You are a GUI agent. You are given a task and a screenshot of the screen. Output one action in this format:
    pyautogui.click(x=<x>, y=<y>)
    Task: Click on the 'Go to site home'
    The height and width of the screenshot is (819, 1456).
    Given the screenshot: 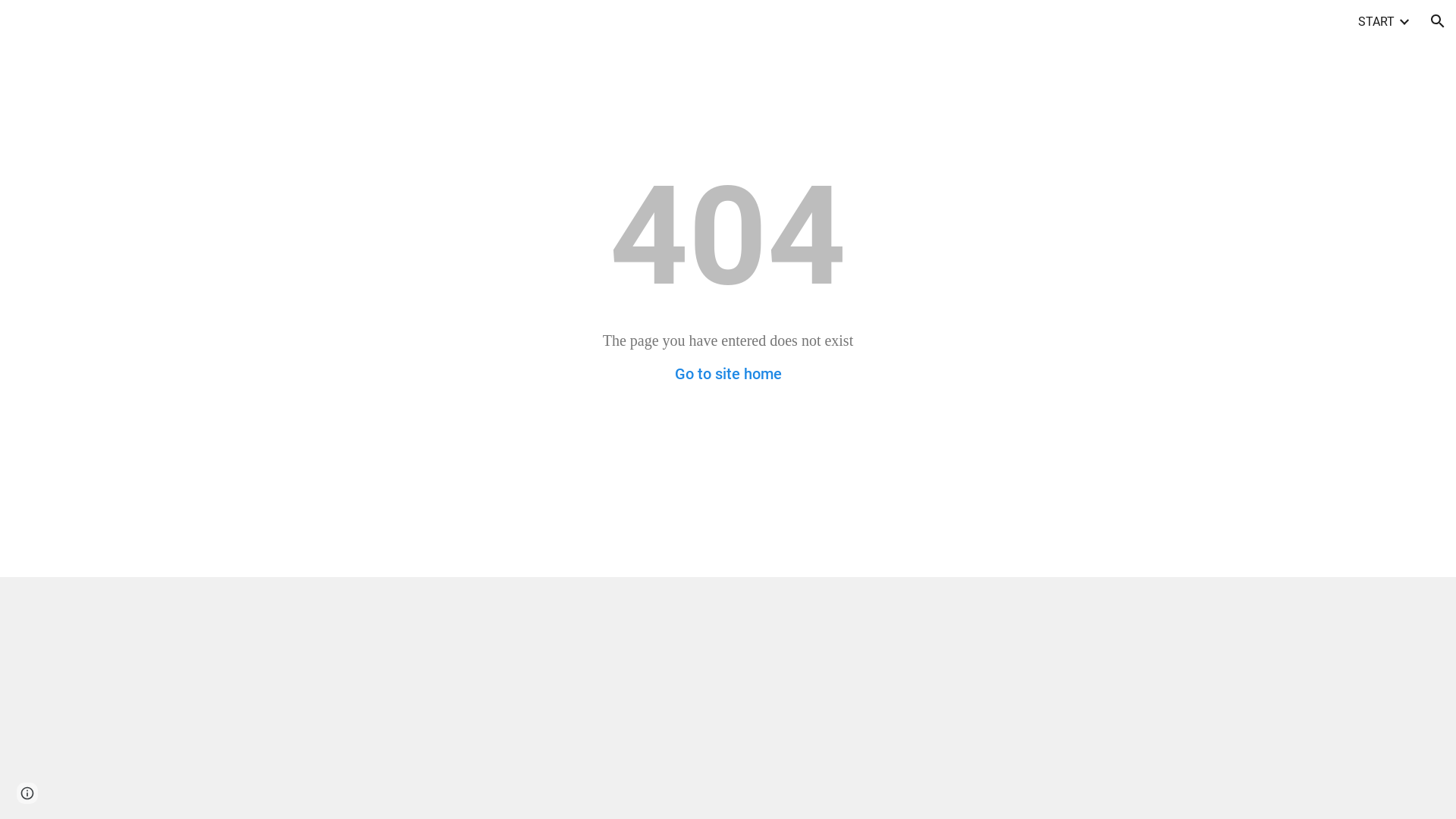 What is the action you would take?
    pyautogui.click(x=728, y=374)
    